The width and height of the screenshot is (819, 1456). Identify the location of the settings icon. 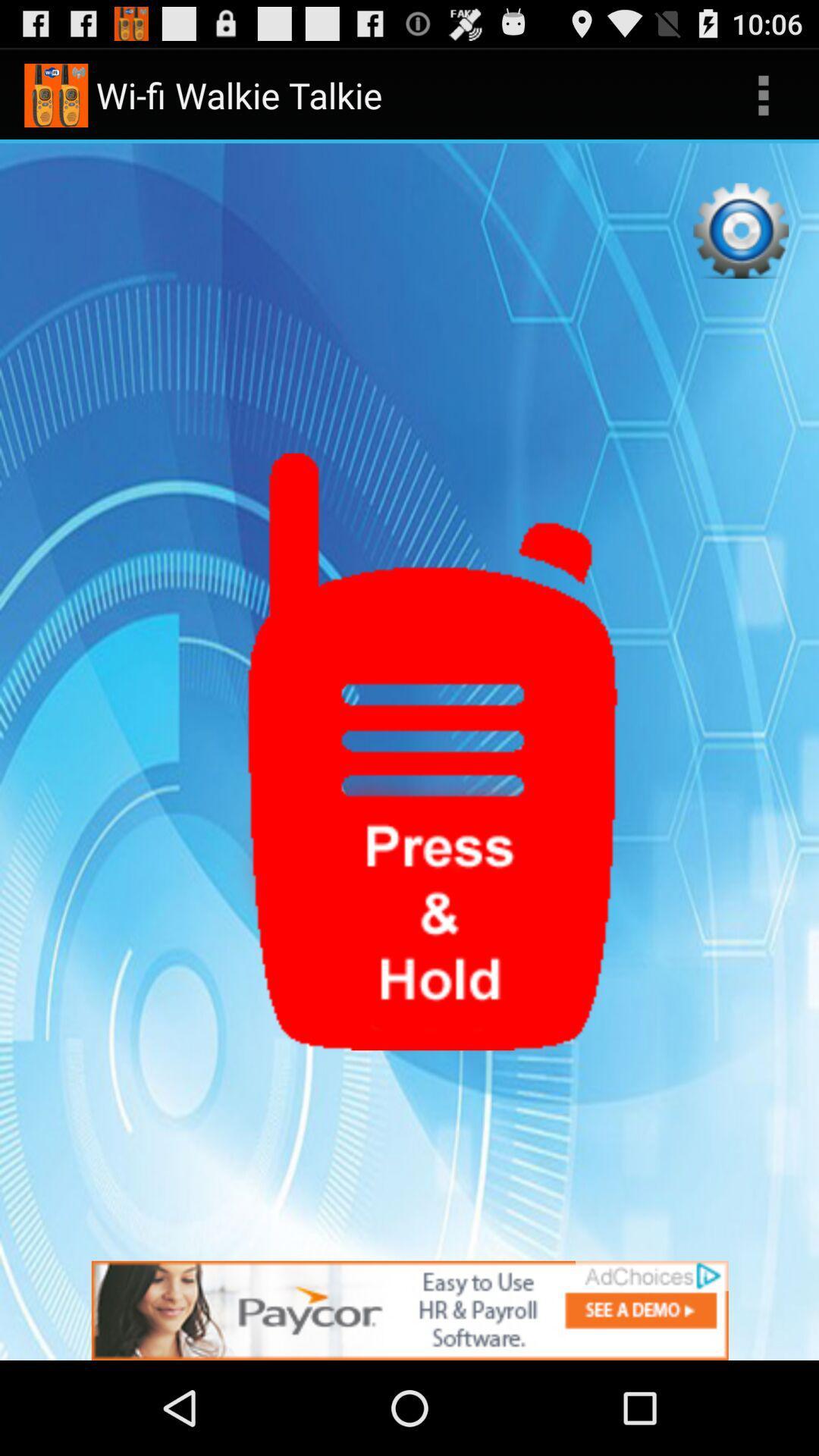
(740, 246).